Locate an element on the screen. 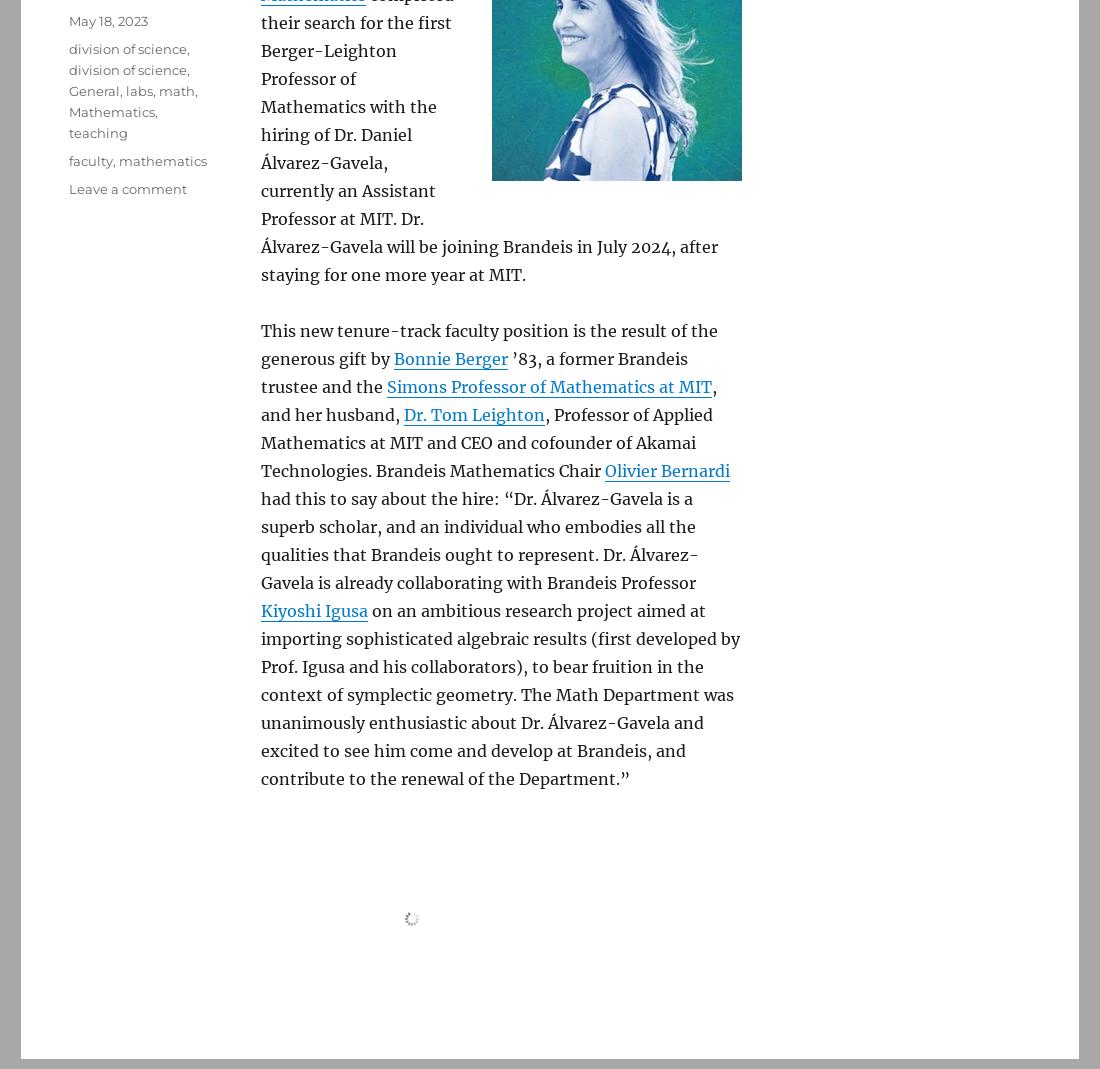 The image size is (1100, 1069). 'math' is located at coordinates (175, 89).